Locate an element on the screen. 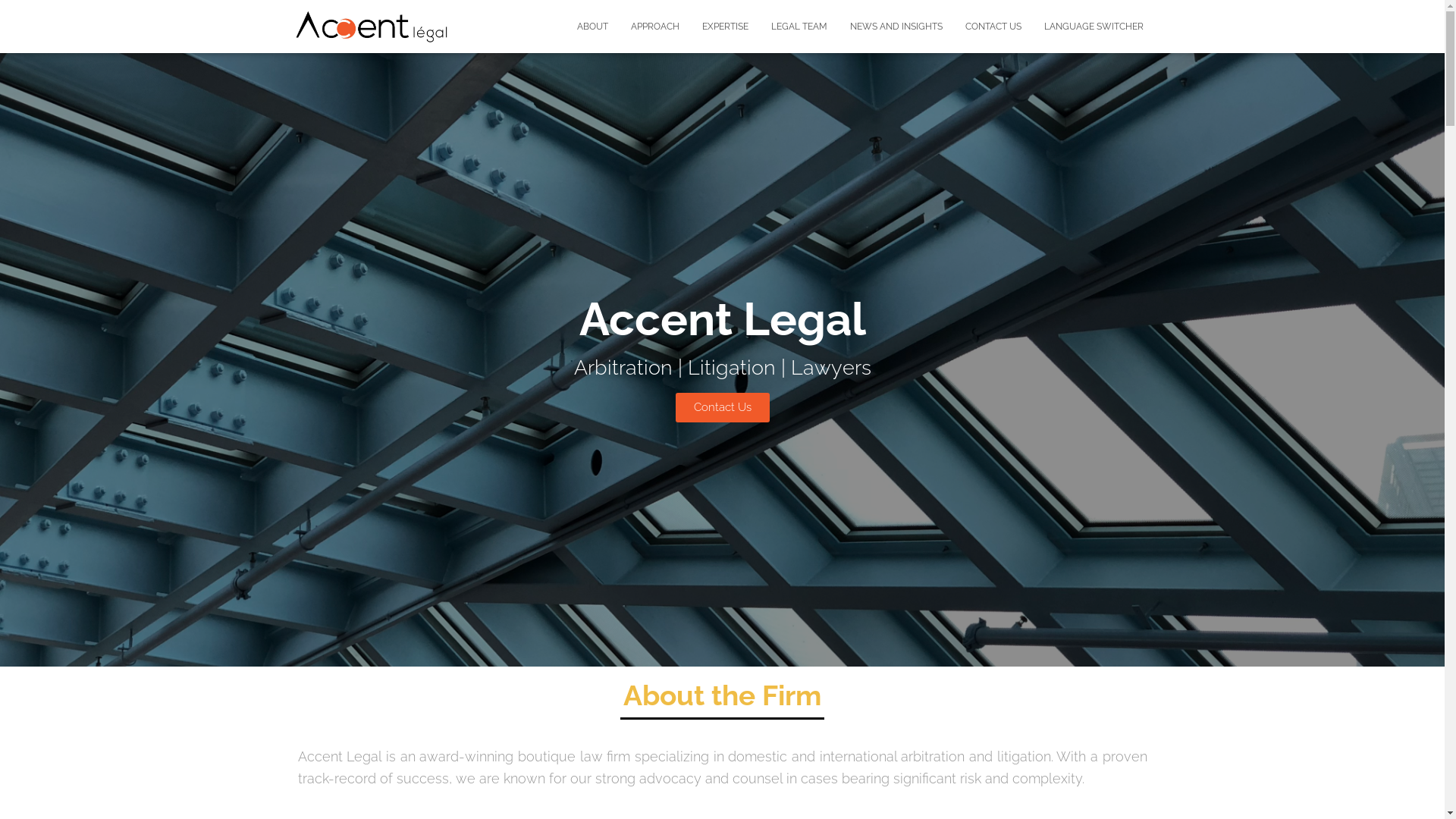 This screenshot has height=819, width=1456. 'APPROACH' is located at coordinates (654, 26).